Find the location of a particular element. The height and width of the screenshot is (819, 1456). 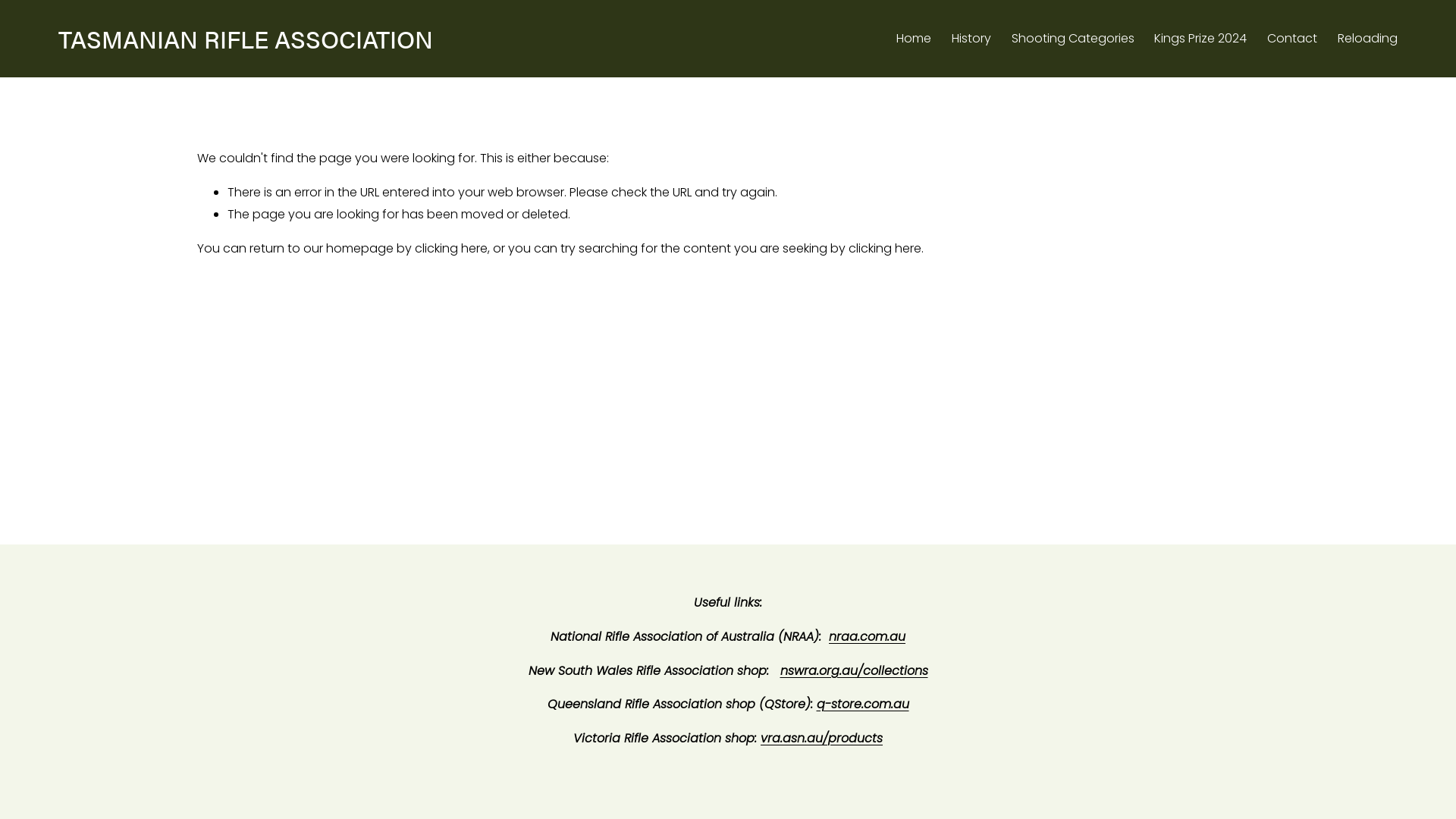

'q-store.com.au' is located at coordinates (862, 704).